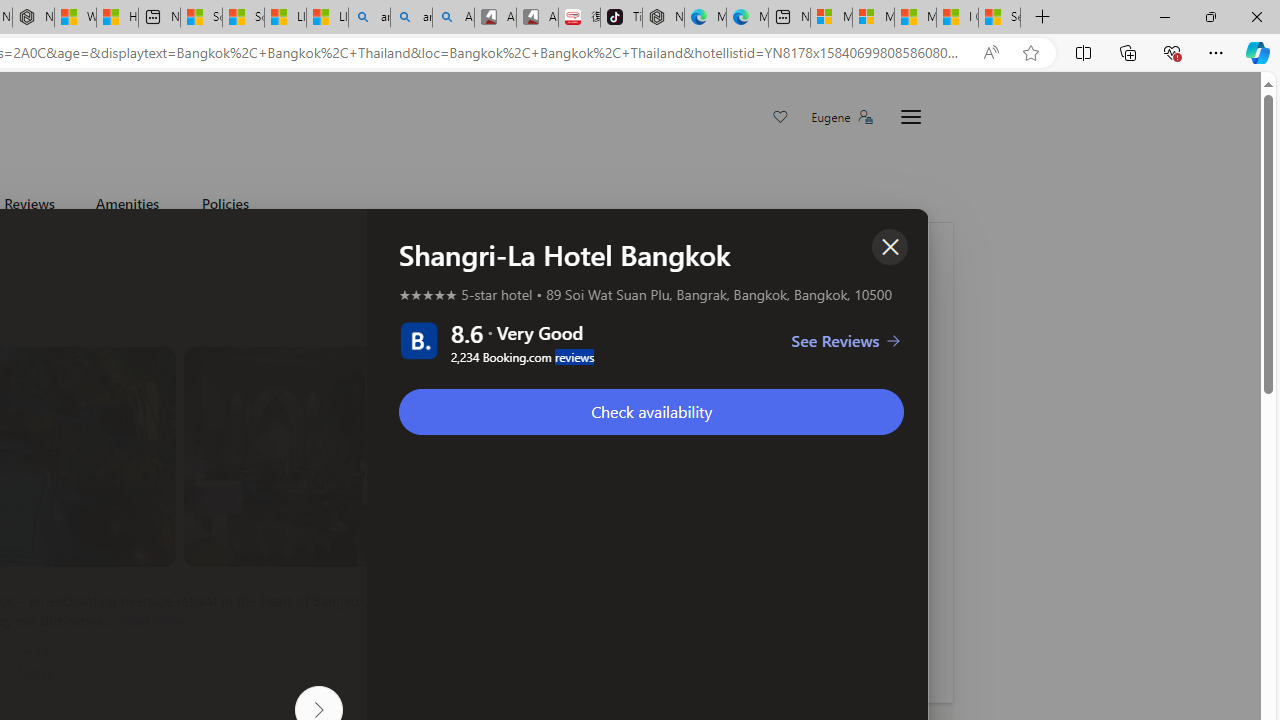  I want to click on 'Huge shark washes ashore at New York City beach | Watch', so click(116, 17).